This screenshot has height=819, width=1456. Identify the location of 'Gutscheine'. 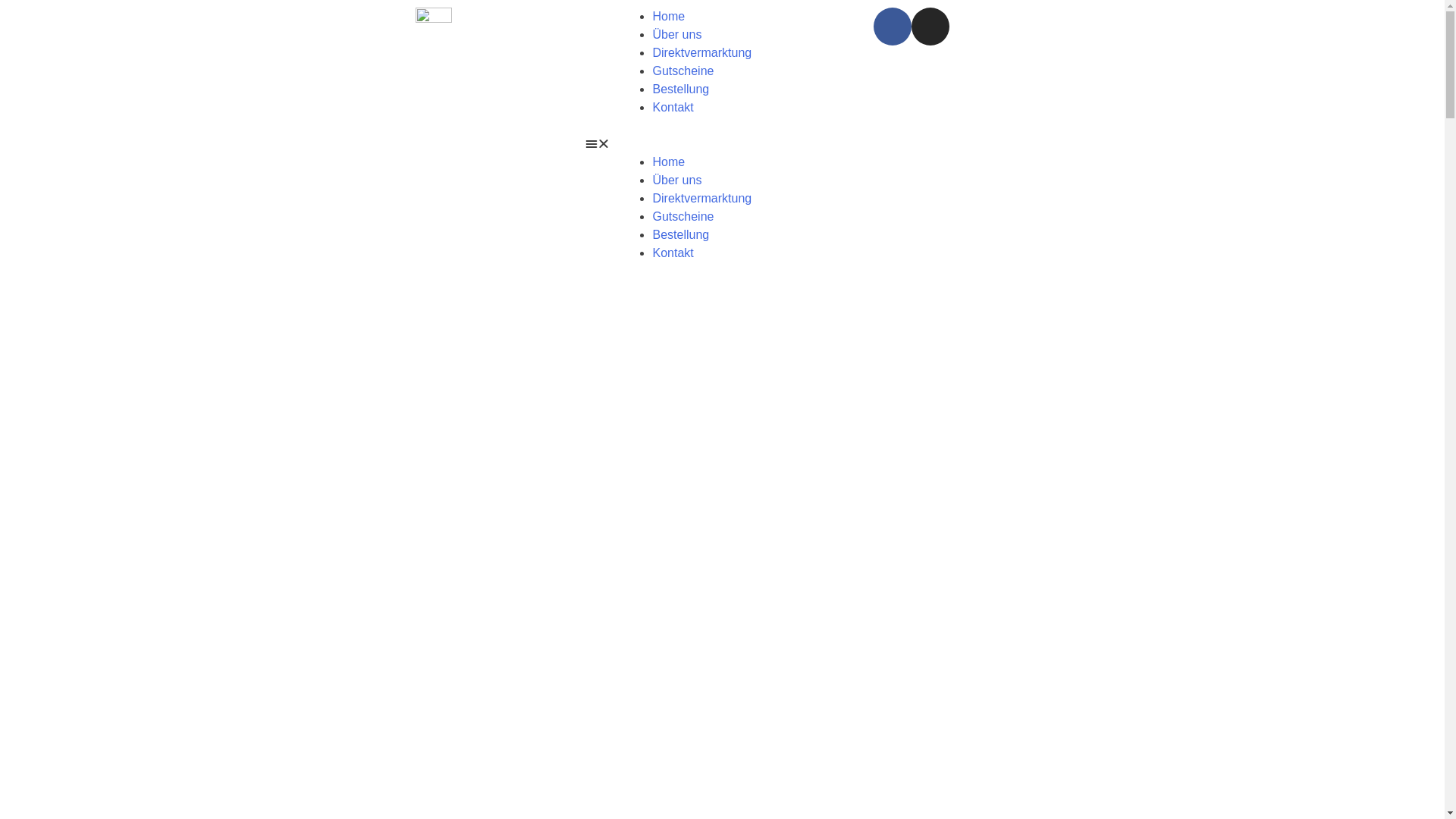
(682, 71).